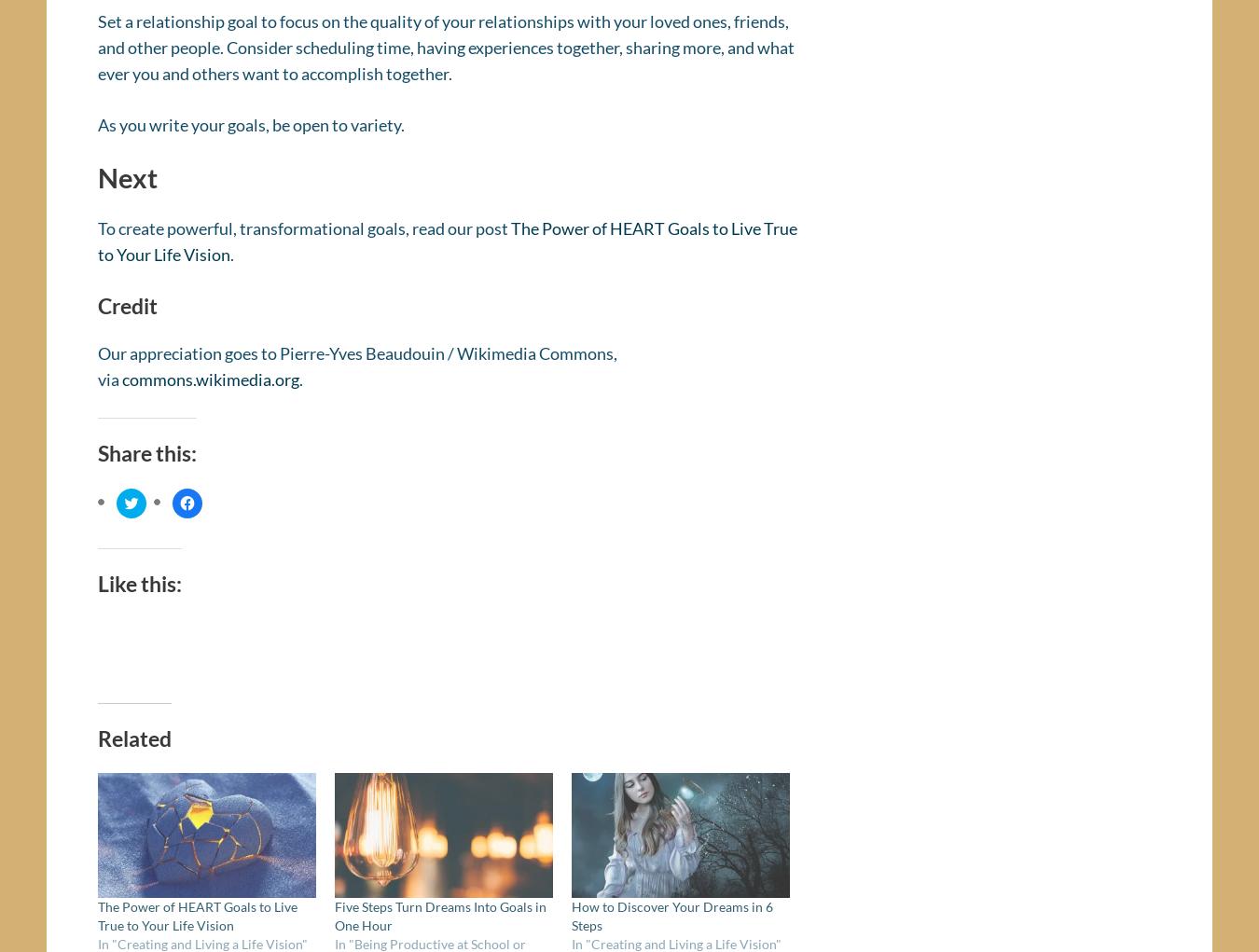 This screenshot has height=952, width=1259. I want to click on 'Related', so click(97, 743).